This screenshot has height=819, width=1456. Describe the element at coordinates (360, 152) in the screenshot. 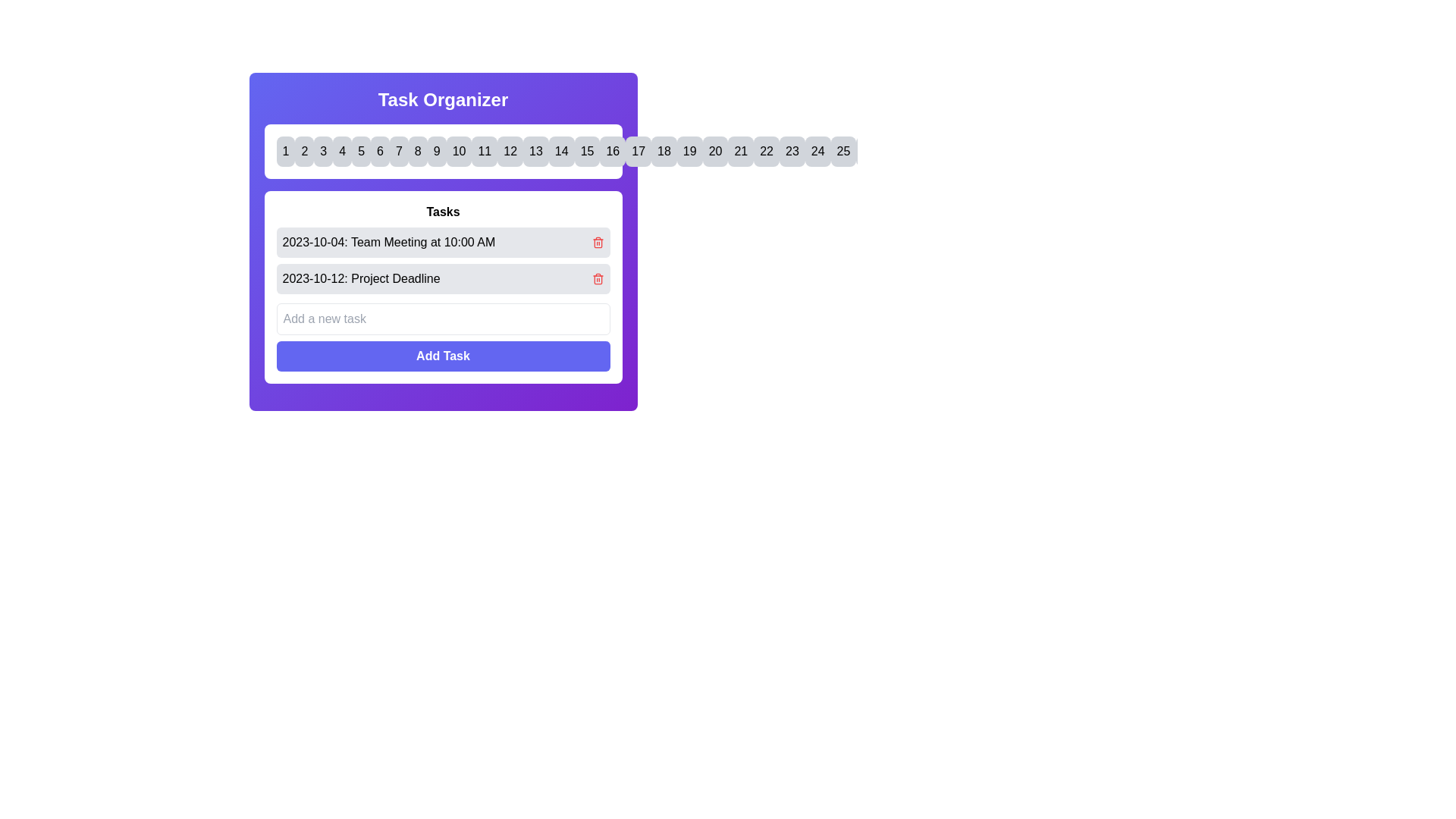

I see `the fifth day button in the calendar interface` at that location.